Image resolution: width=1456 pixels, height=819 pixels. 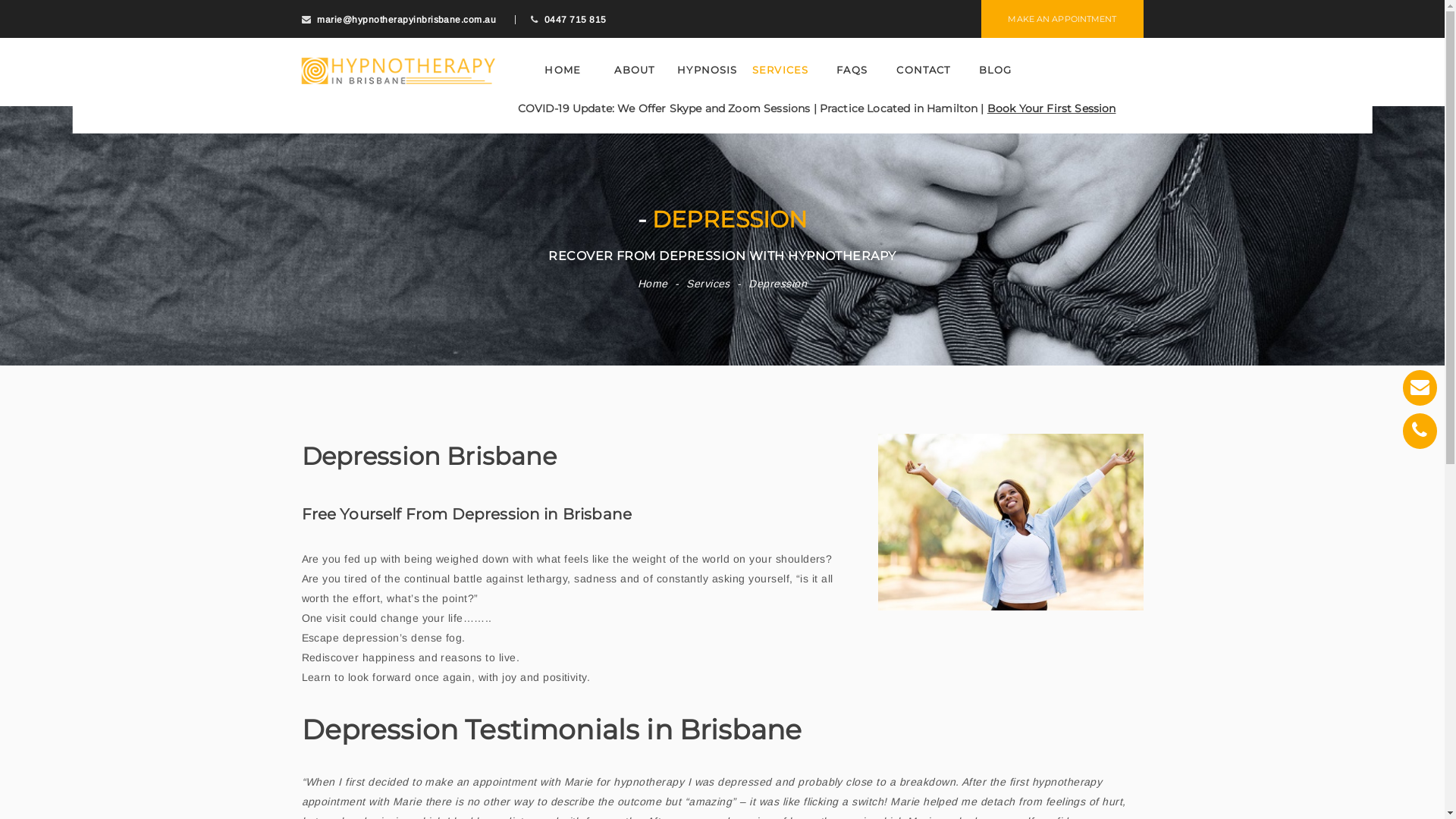 I want to click on 'HYPNOSIS', so click(x=706, y=70).